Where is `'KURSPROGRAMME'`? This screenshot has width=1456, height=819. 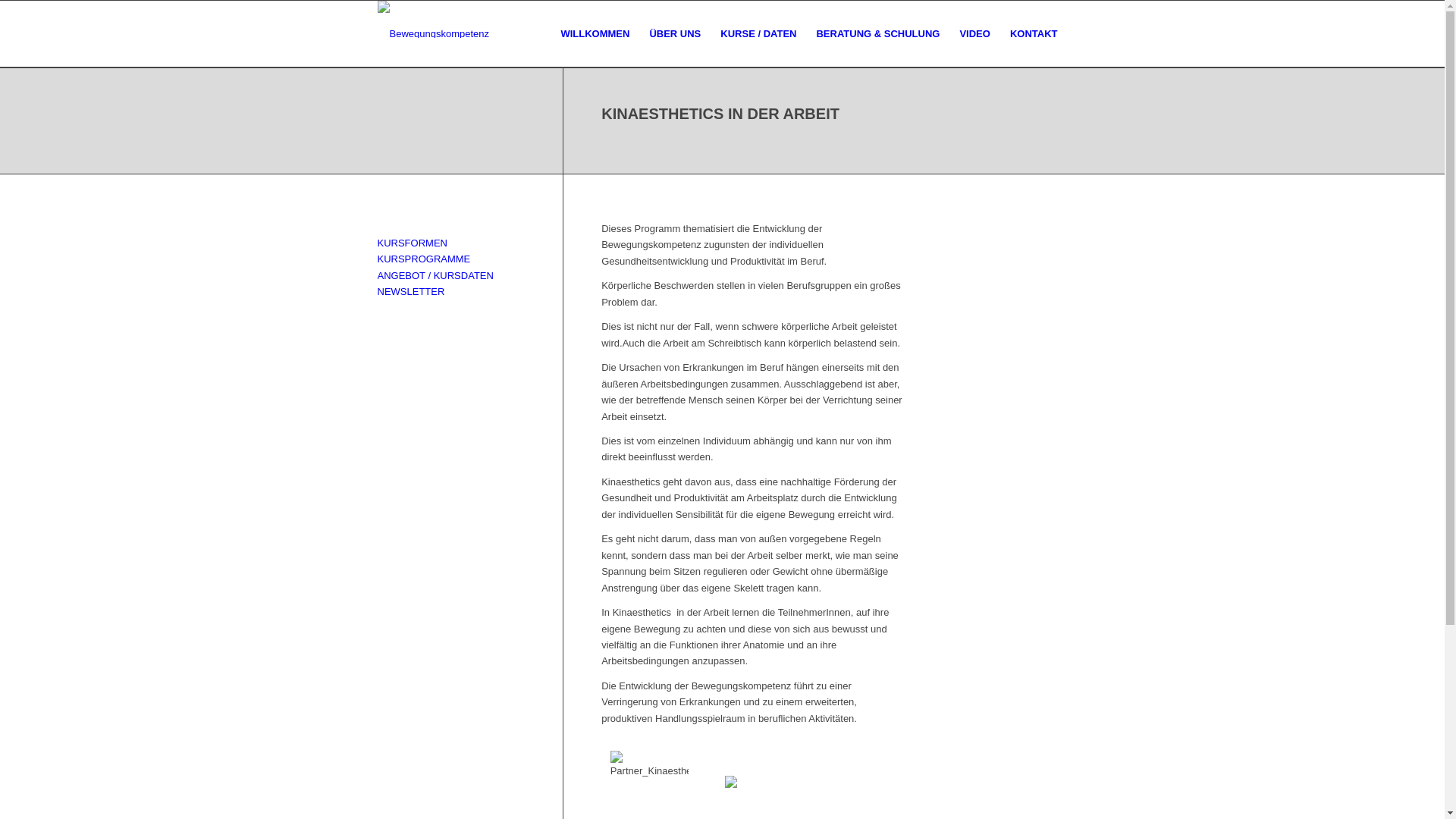 'KURSPROGRAMME' is located at coordinates (424, 258).